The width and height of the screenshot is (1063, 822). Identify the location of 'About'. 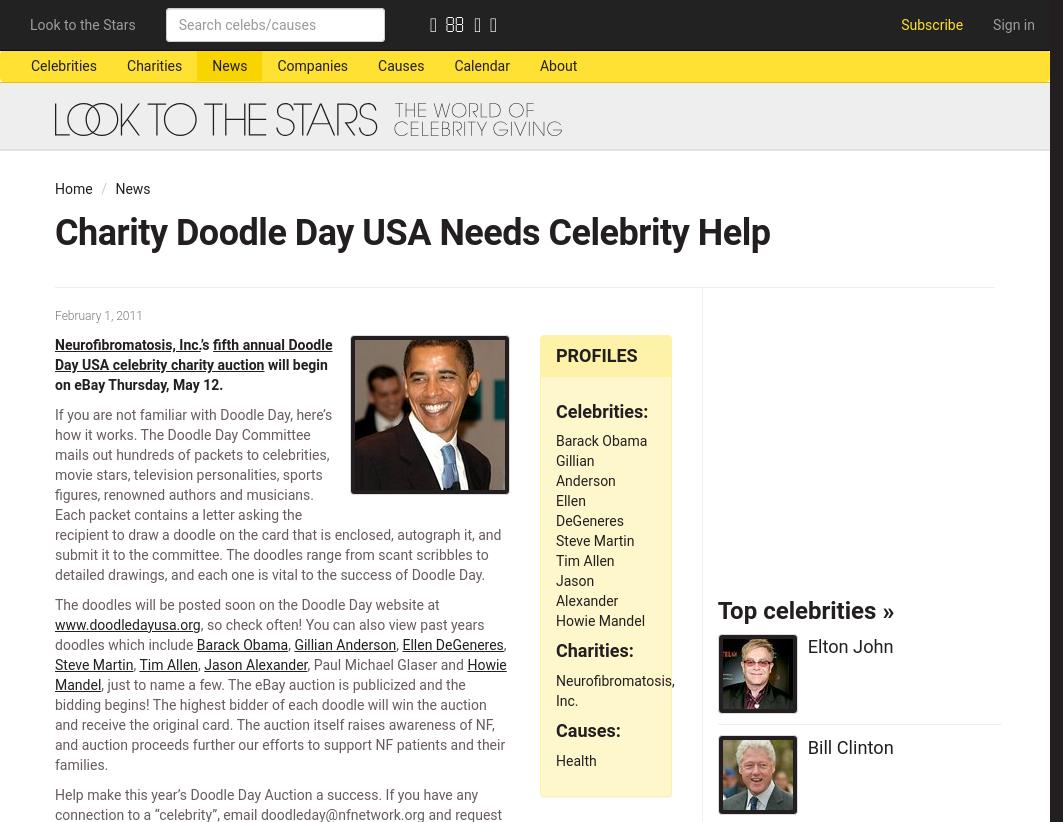
(556, 66).